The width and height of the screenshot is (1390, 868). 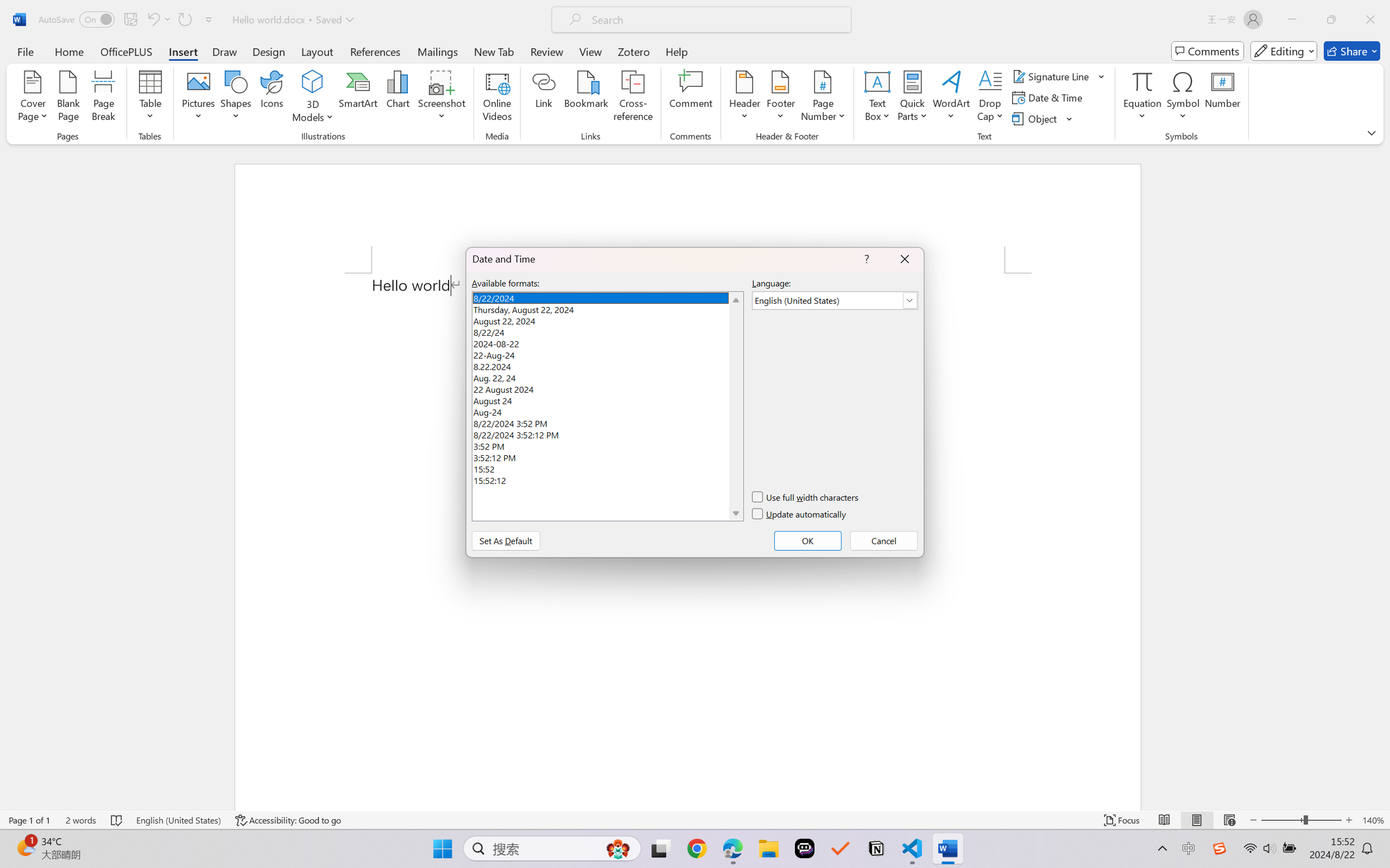 What do you see at coordinates (225, 51) in the screenshot?
I see `'Draw'` at bounding box center [225, 51].